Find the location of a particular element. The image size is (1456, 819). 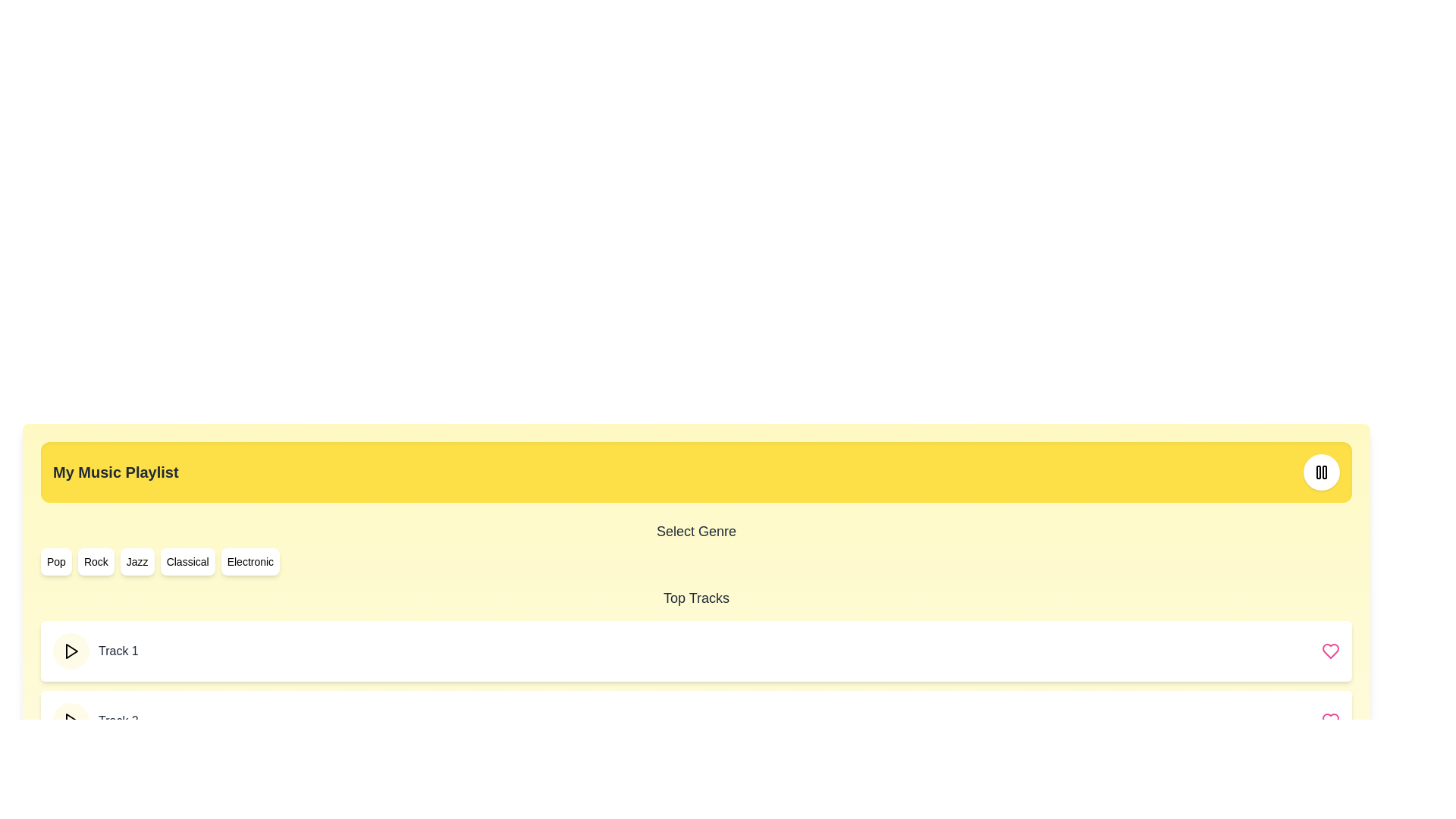

the 'Classical' button, which is a rectangular button with rounded corners, white background, and the text 'Classical' in bold black font, located under the 'Select Genre' heading in the 'My Music Playlist' section is located at coordinates (187, 561).